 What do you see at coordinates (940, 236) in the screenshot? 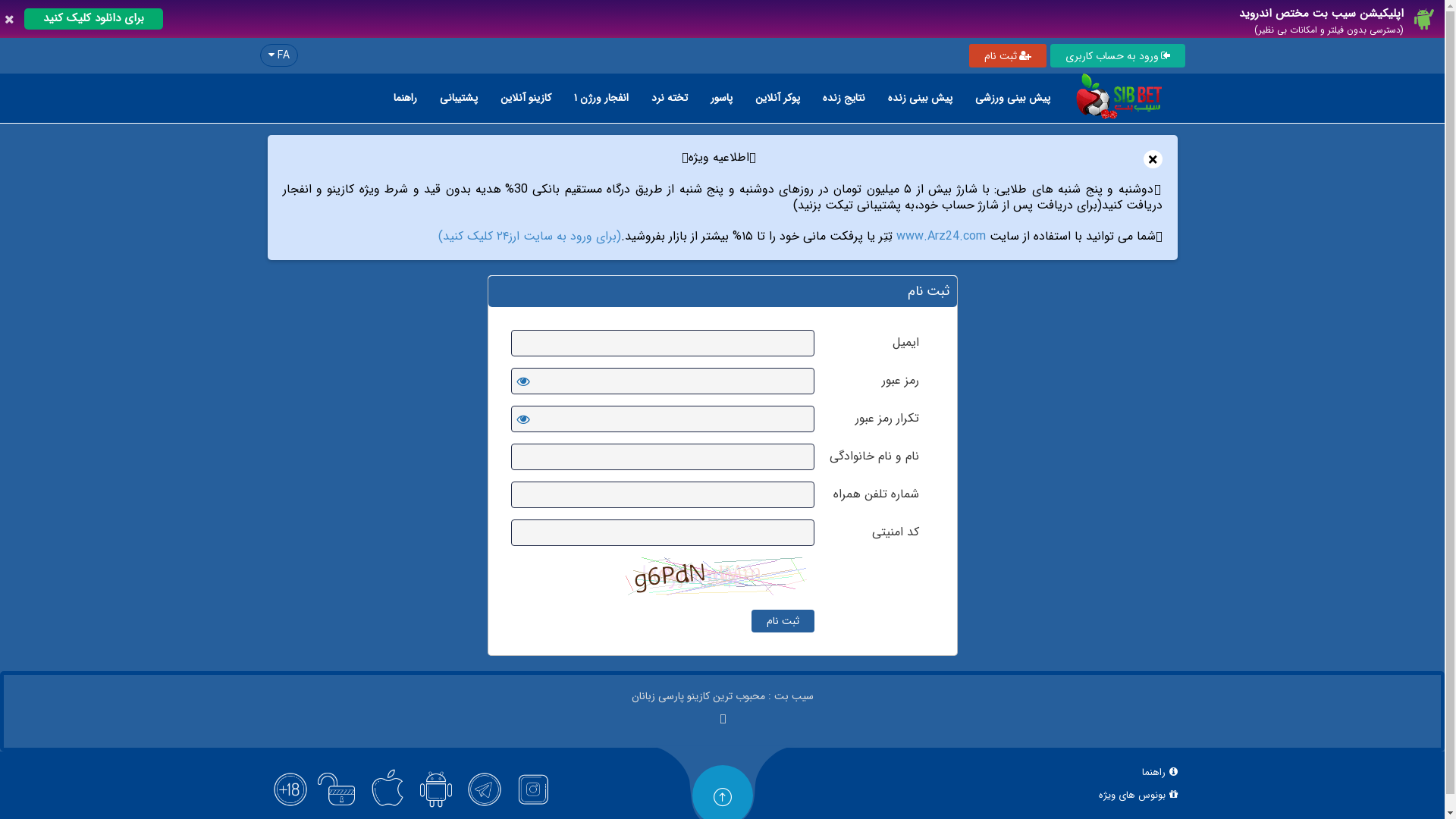
I see `'www.Arz24.com'` at bounding box center [940, 236].